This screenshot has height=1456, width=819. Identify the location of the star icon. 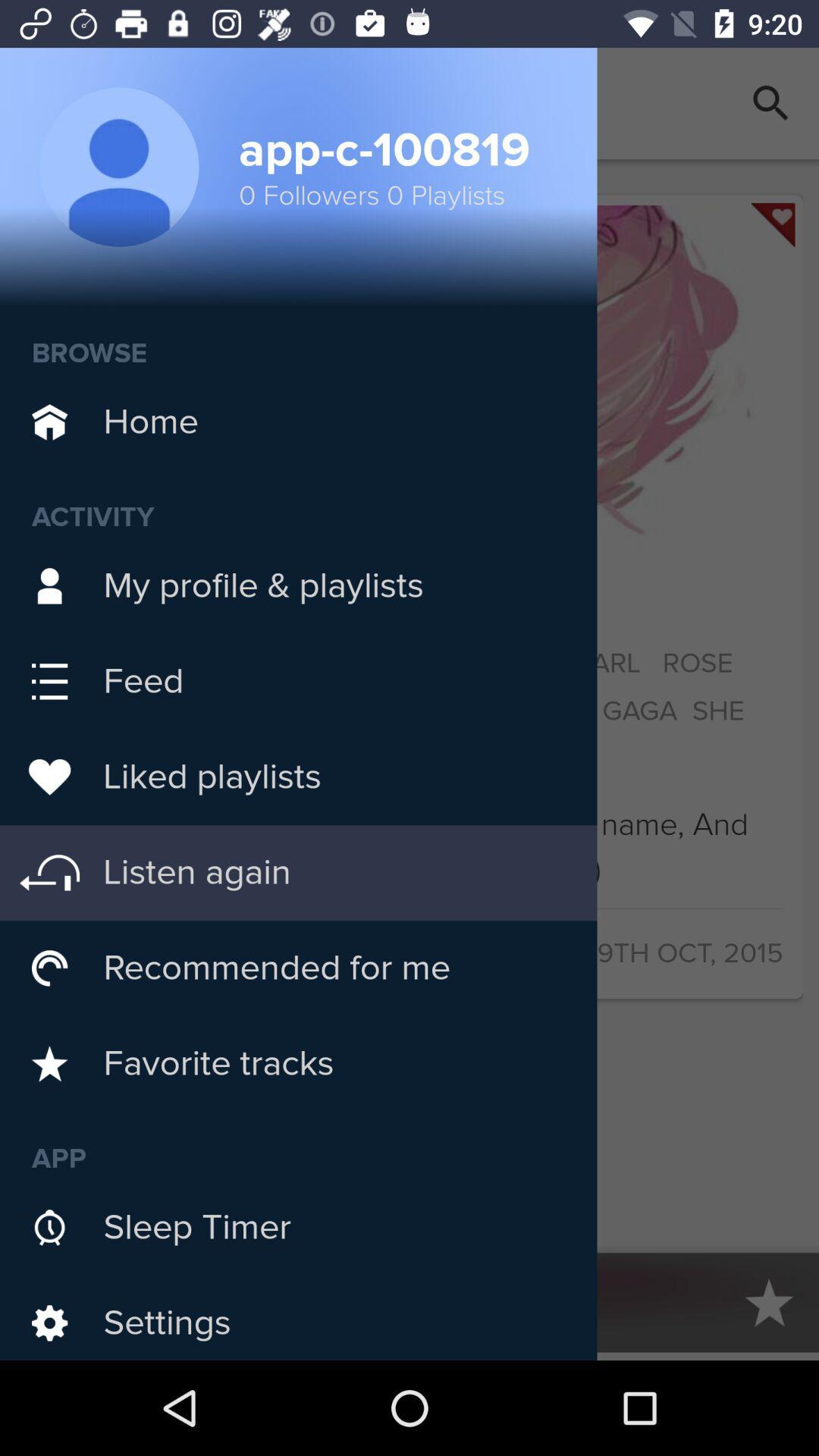
(769, 1301).